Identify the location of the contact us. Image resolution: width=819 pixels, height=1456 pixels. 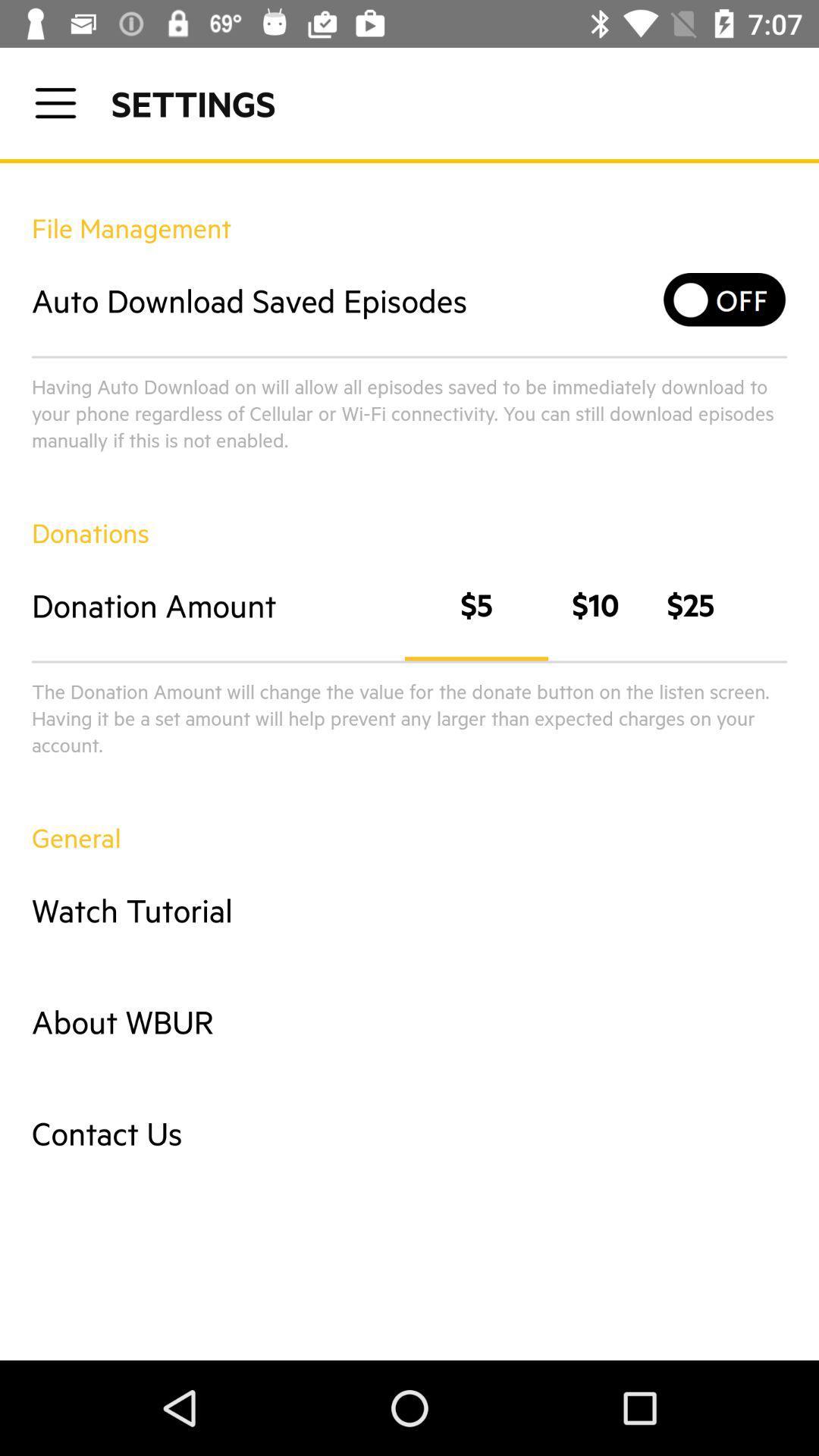
(409, 1132).